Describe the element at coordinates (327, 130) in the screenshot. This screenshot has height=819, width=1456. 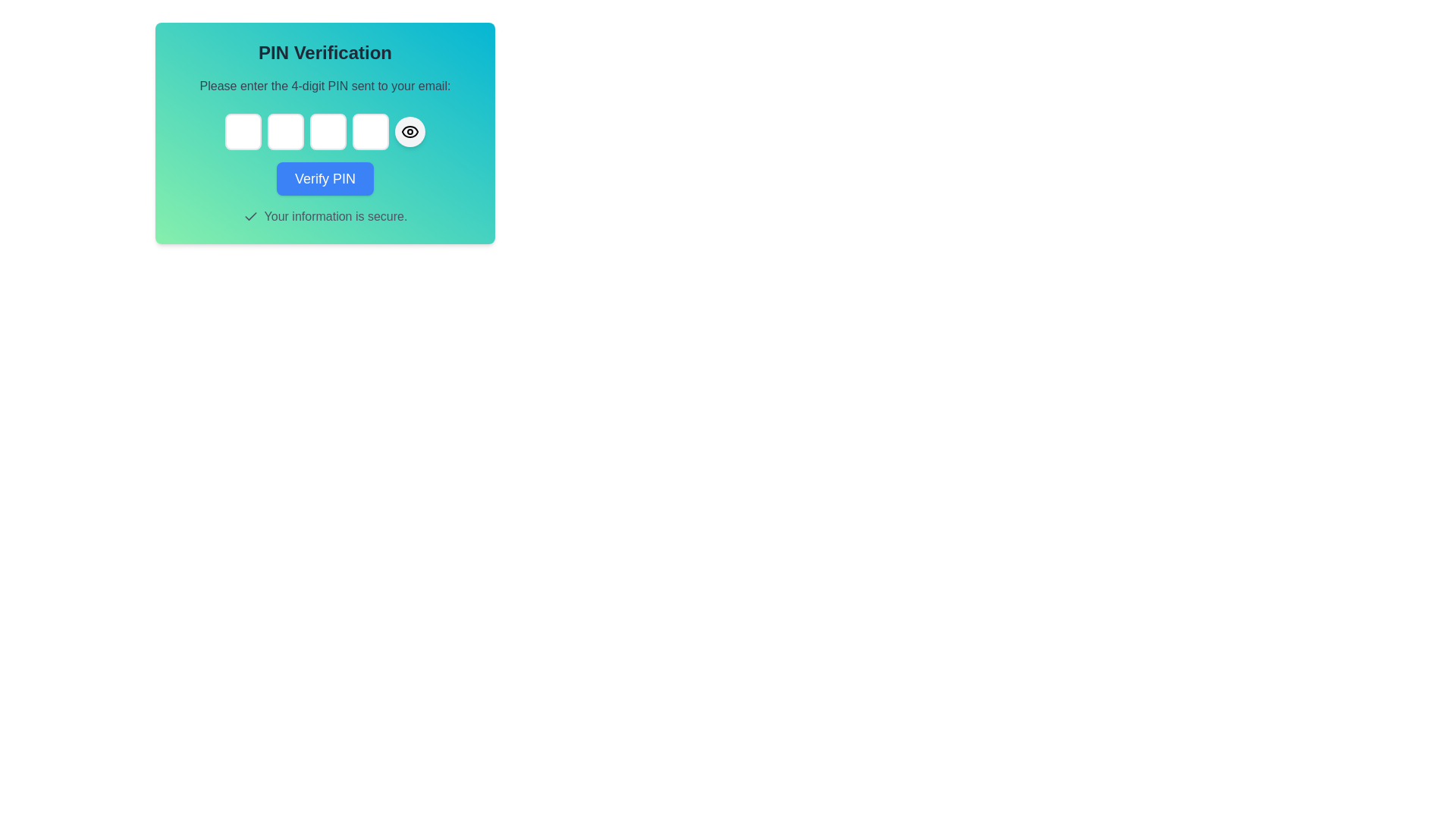
I see `the third password input field with a square shape and white background located at the center of the PIN entry interface` at that location.